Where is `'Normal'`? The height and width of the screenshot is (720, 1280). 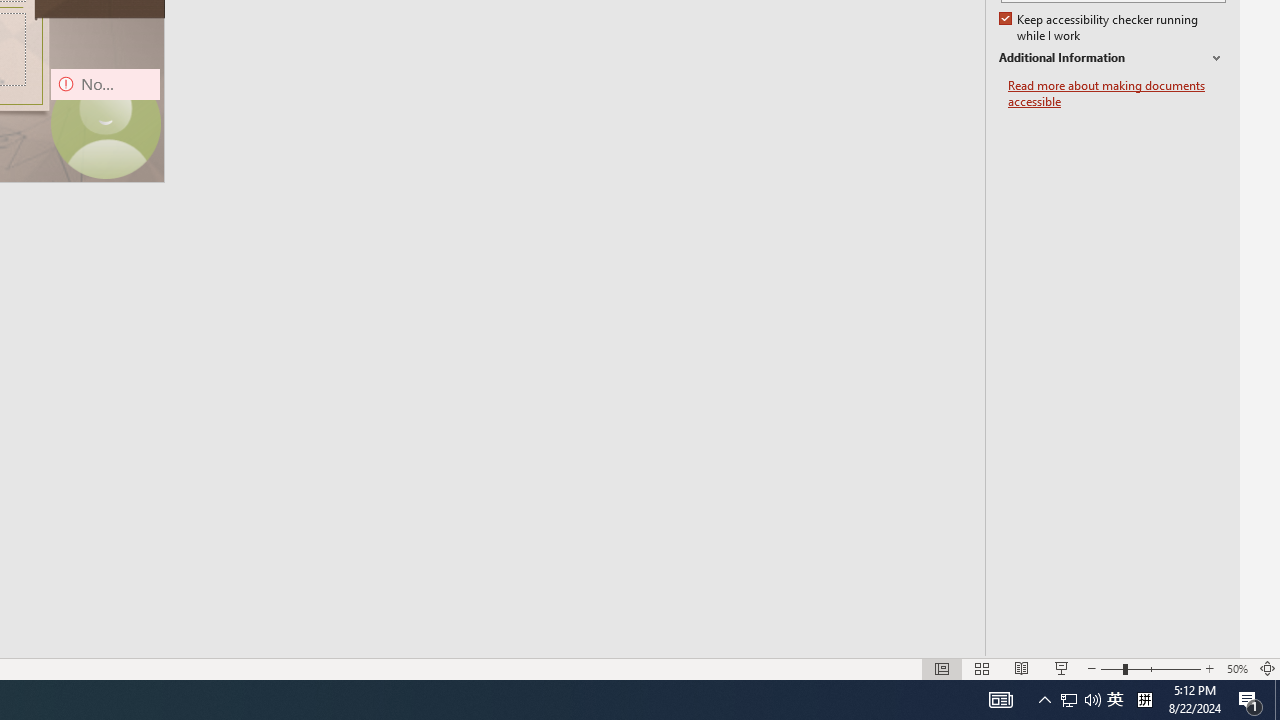
'Normal' is located at coordinates (941, 669).